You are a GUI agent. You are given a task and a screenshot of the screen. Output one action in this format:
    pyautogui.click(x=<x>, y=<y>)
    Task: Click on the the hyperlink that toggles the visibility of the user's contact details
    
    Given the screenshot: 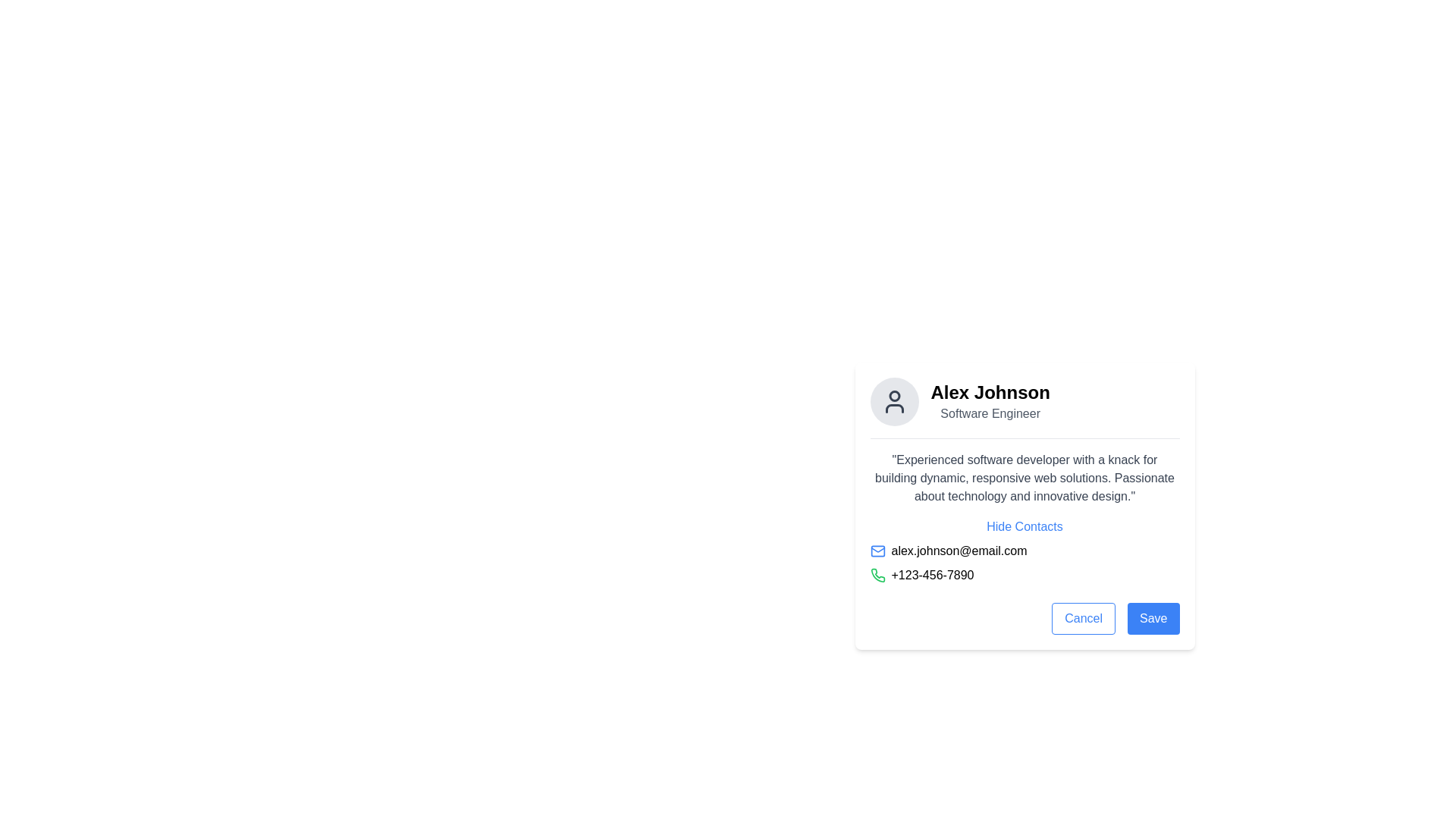 What is the action you would take?
    pyautogui.click(x=1025, y=526)
    